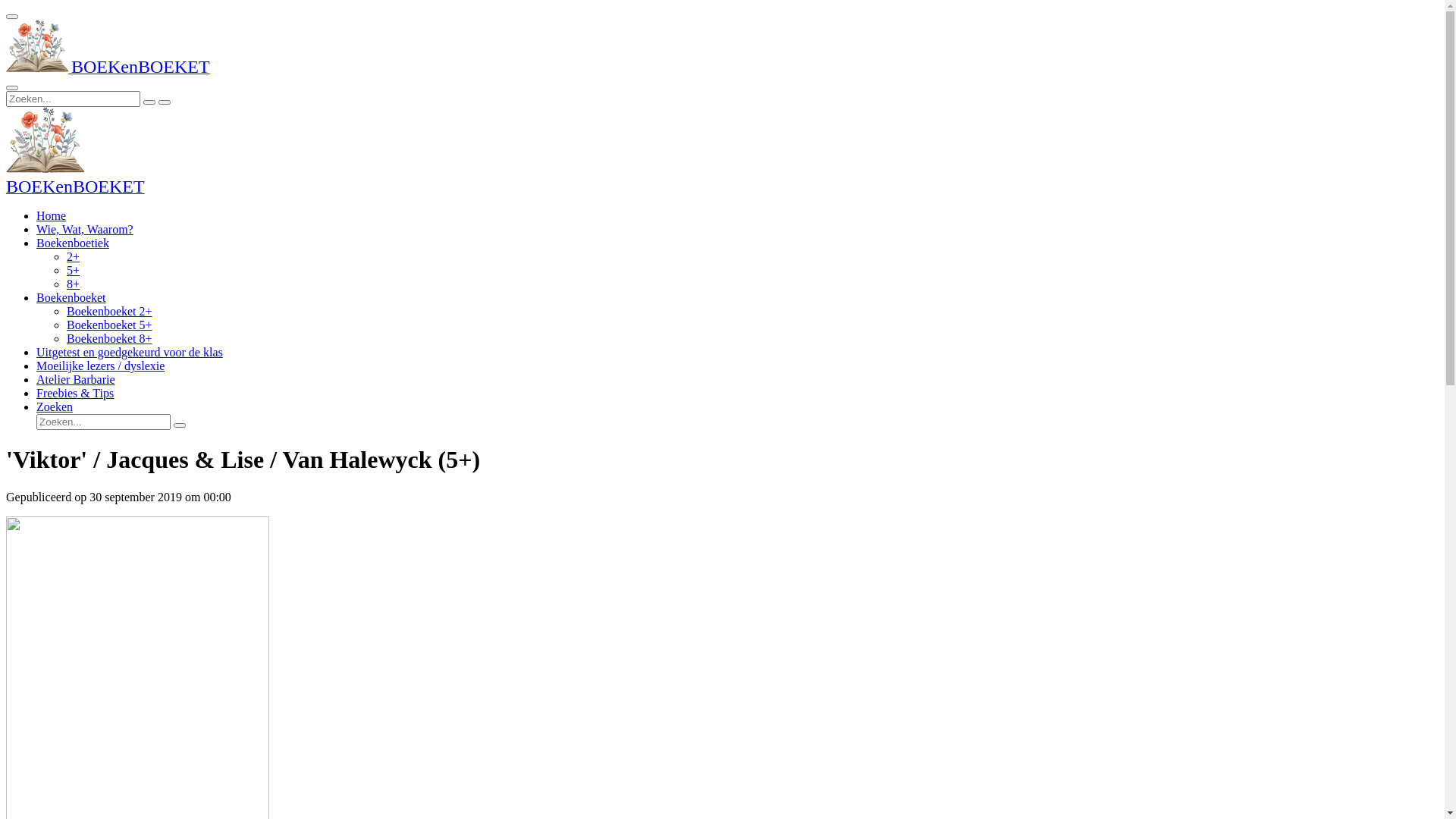 The width and height of the screenshot is (1456, 819). I want to click on 'BOEKenBOEKET', so click(107, 68).